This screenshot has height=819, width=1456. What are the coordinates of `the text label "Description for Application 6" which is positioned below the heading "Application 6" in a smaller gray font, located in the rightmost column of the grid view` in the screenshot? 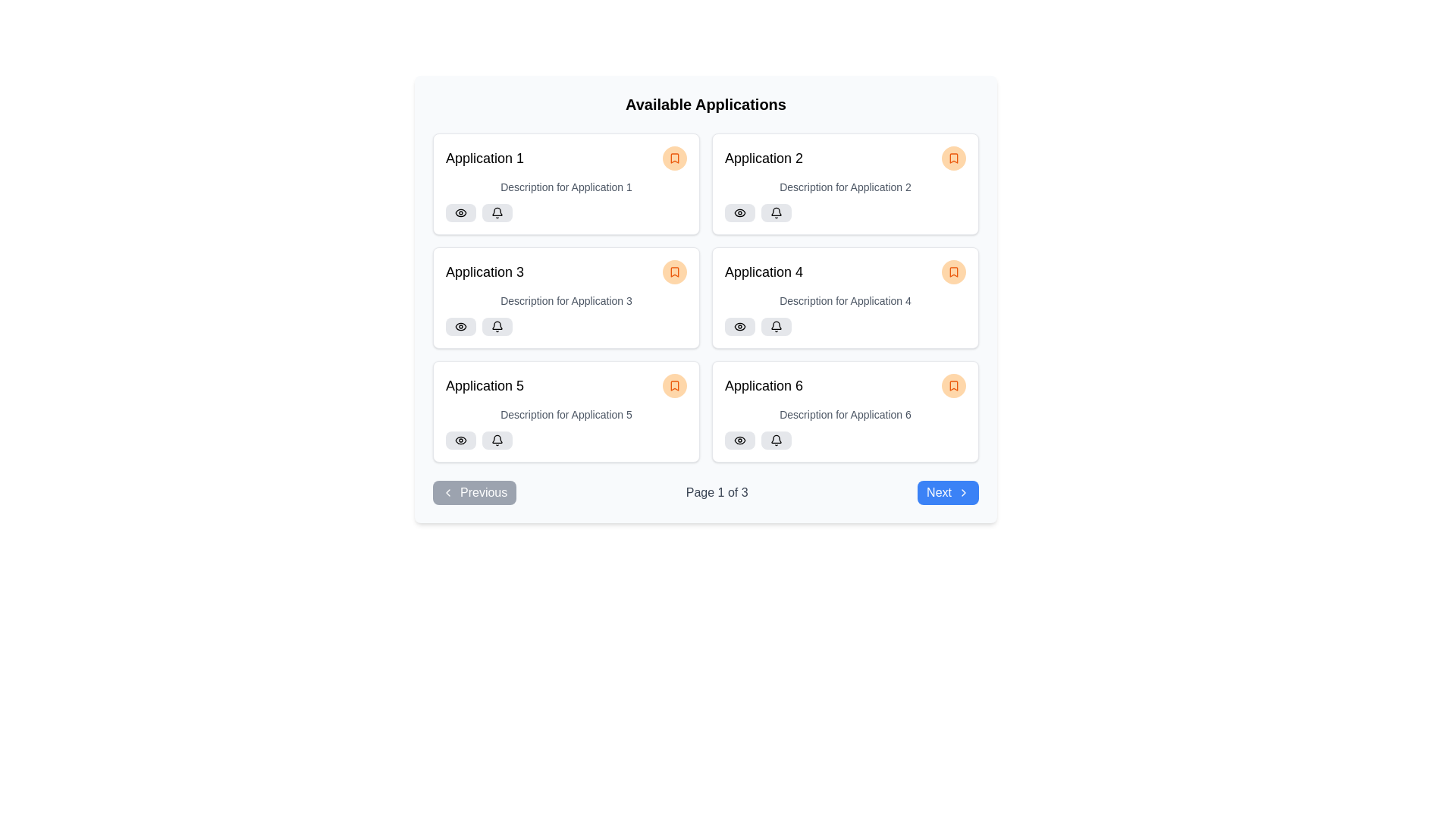 It's located at (844, 415).